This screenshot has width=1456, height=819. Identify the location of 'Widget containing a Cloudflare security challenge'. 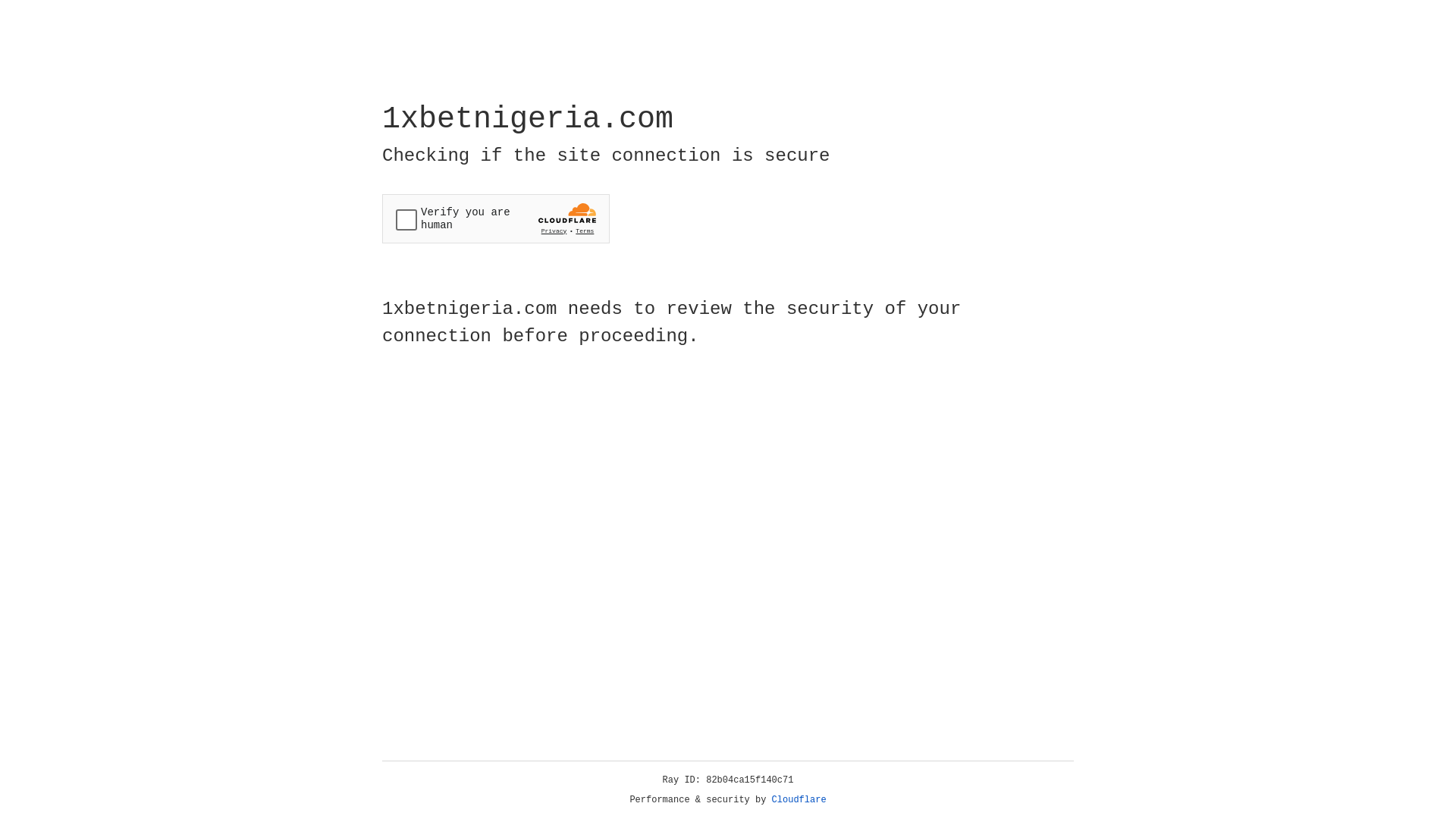
(495, 218).